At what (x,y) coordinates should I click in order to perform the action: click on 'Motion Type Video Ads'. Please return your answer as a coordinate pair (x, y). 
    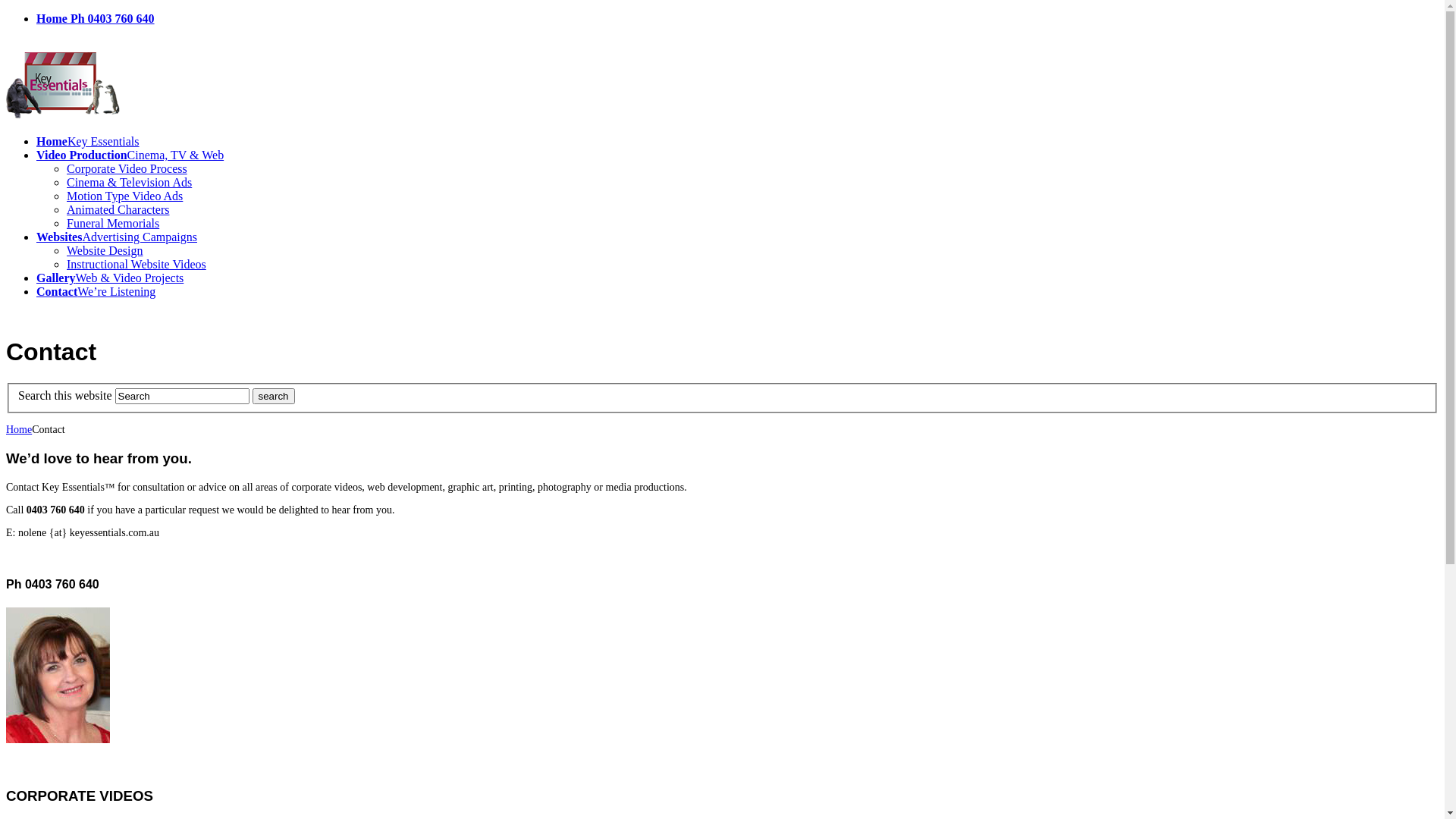
    Looking at the image, I should click on (124, 195).